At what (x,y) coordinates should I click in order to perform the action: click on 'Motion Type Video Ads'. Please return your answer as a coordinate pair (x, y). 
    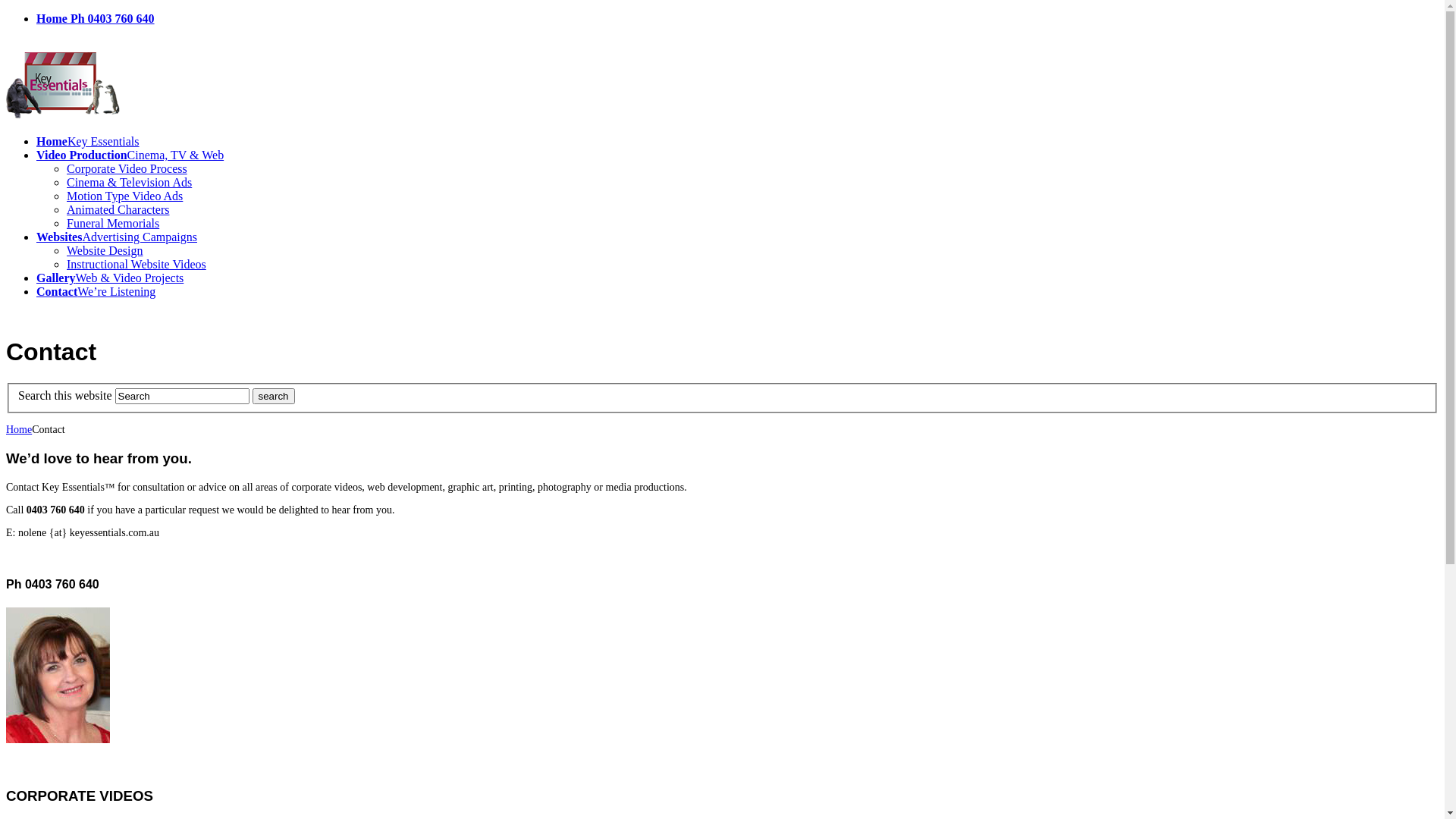
    Looking at the image, I should click on (124, 195).